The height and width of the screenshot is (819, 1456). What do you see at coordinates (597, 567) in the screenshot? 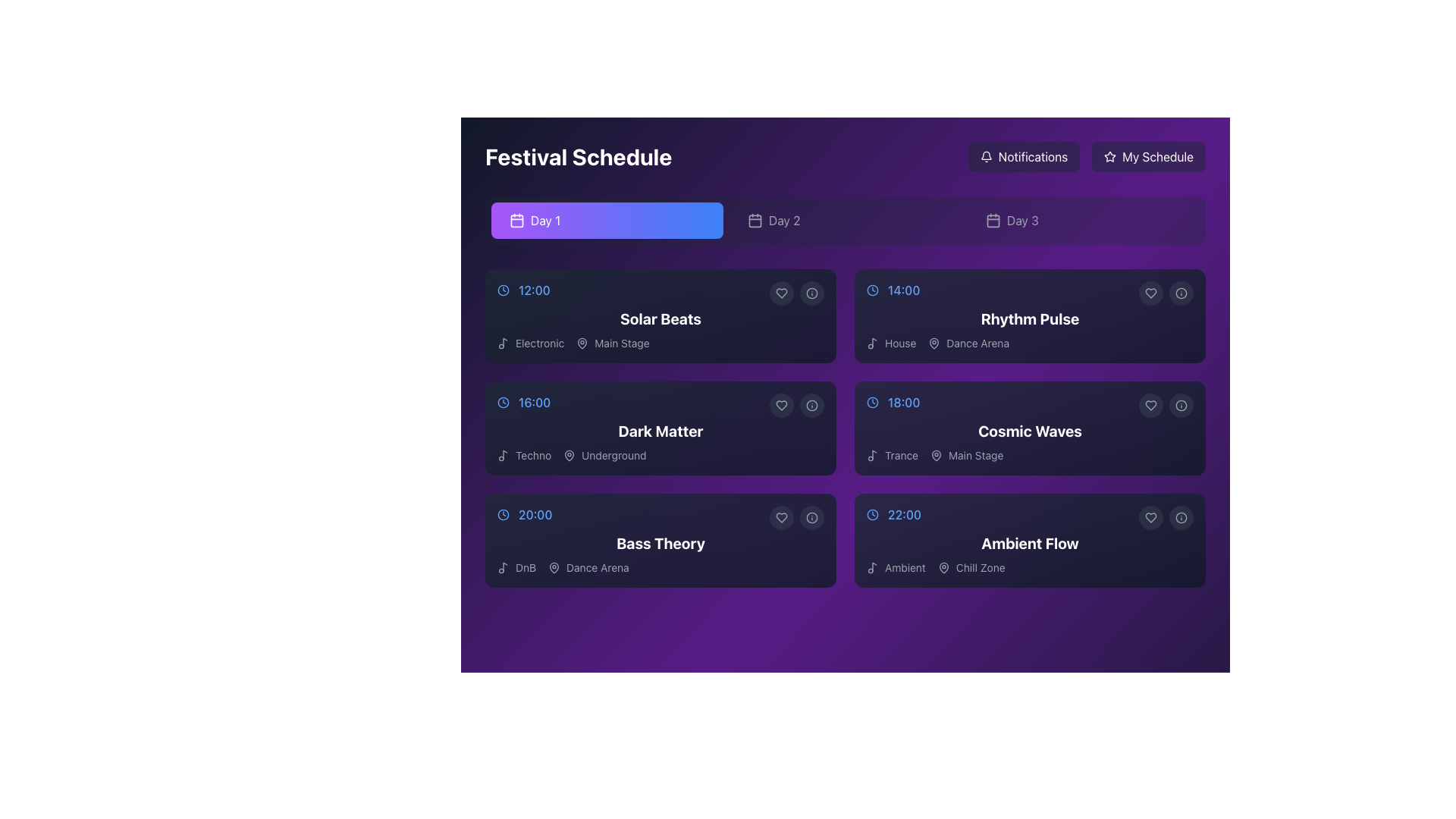
I see `the Static text label displaying 'Dance Arena', which is located in the bottom row of the schedule grid next to a map pin icon` at bounding box center [597, 567].